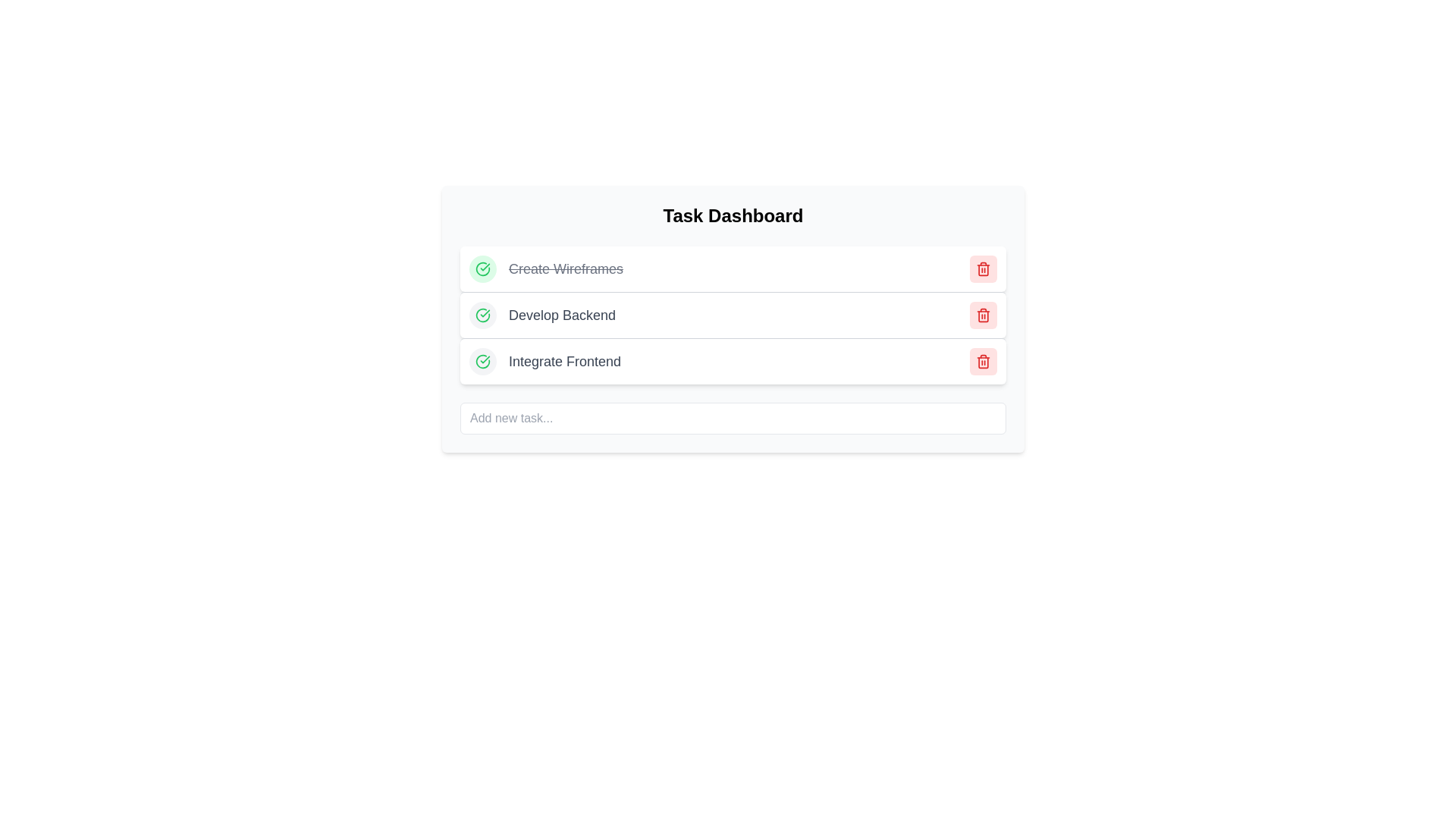  Describe the element at coordinates (983, 268) in the screenshot. I see `the delete button with a pale red background and a red trash can icon, located in the rightmost section of the 'Create Wireframes' task row` at that location.